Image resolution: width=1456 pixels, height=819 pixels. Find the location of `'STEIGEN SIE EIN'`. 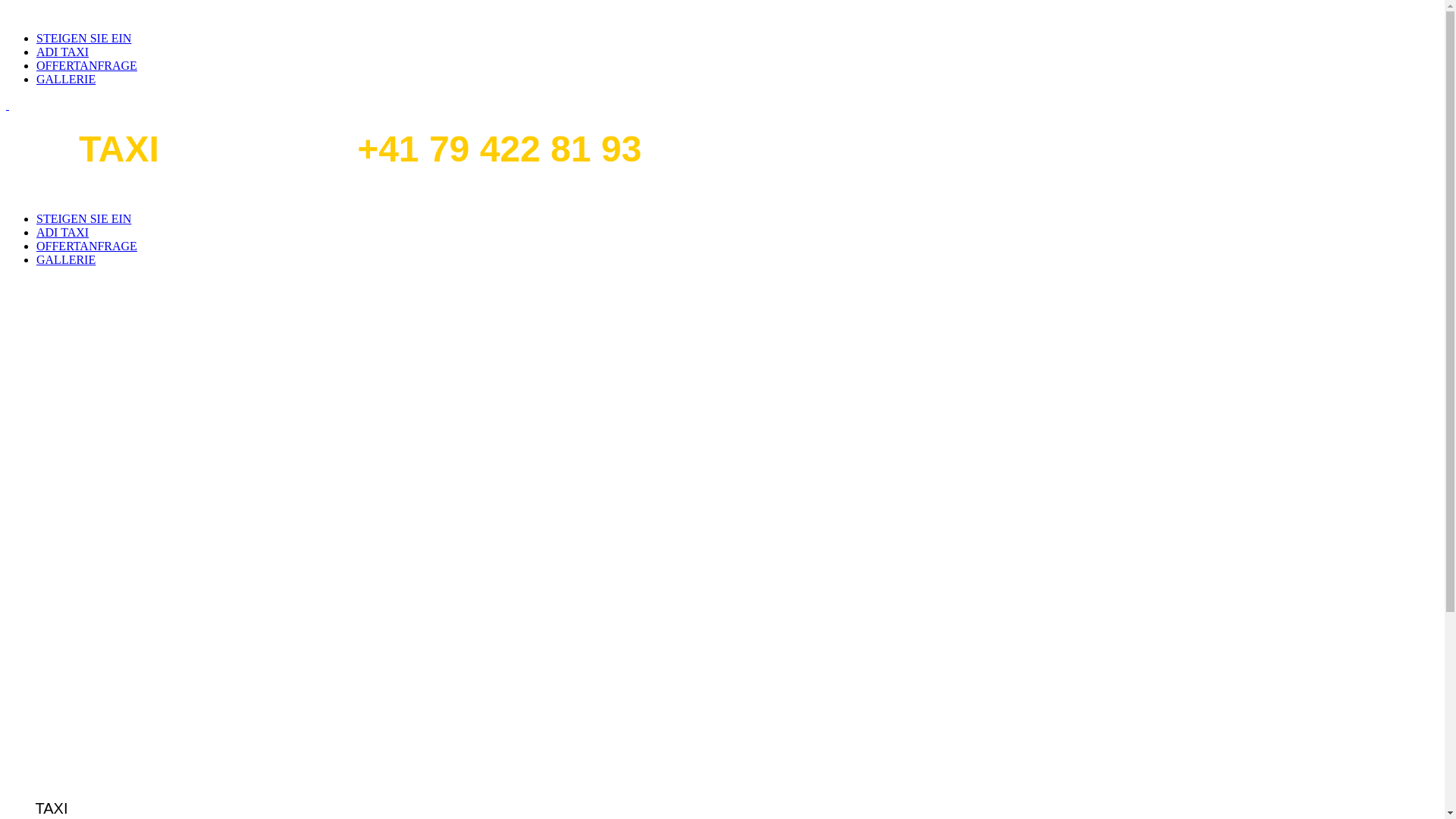

'STEIGEN SIE EIN' is located at coordinates (83, 218).